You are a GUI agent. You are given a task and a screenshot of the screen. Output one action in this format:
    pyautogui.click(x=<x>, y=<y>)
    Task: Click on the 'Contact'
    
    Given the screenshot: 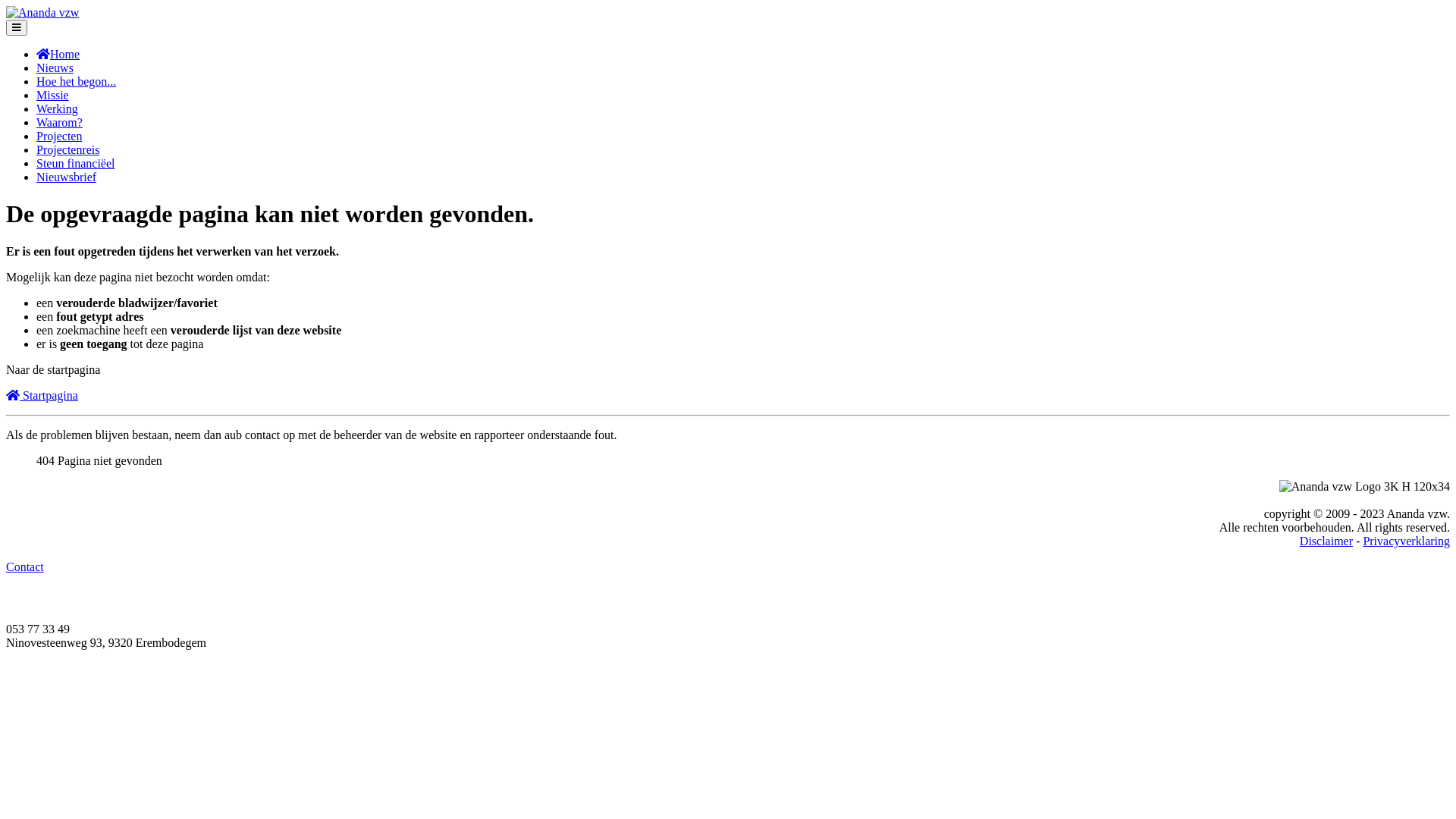 What is the action you would take?
    pyautogui.click(x=25, y=566)
    